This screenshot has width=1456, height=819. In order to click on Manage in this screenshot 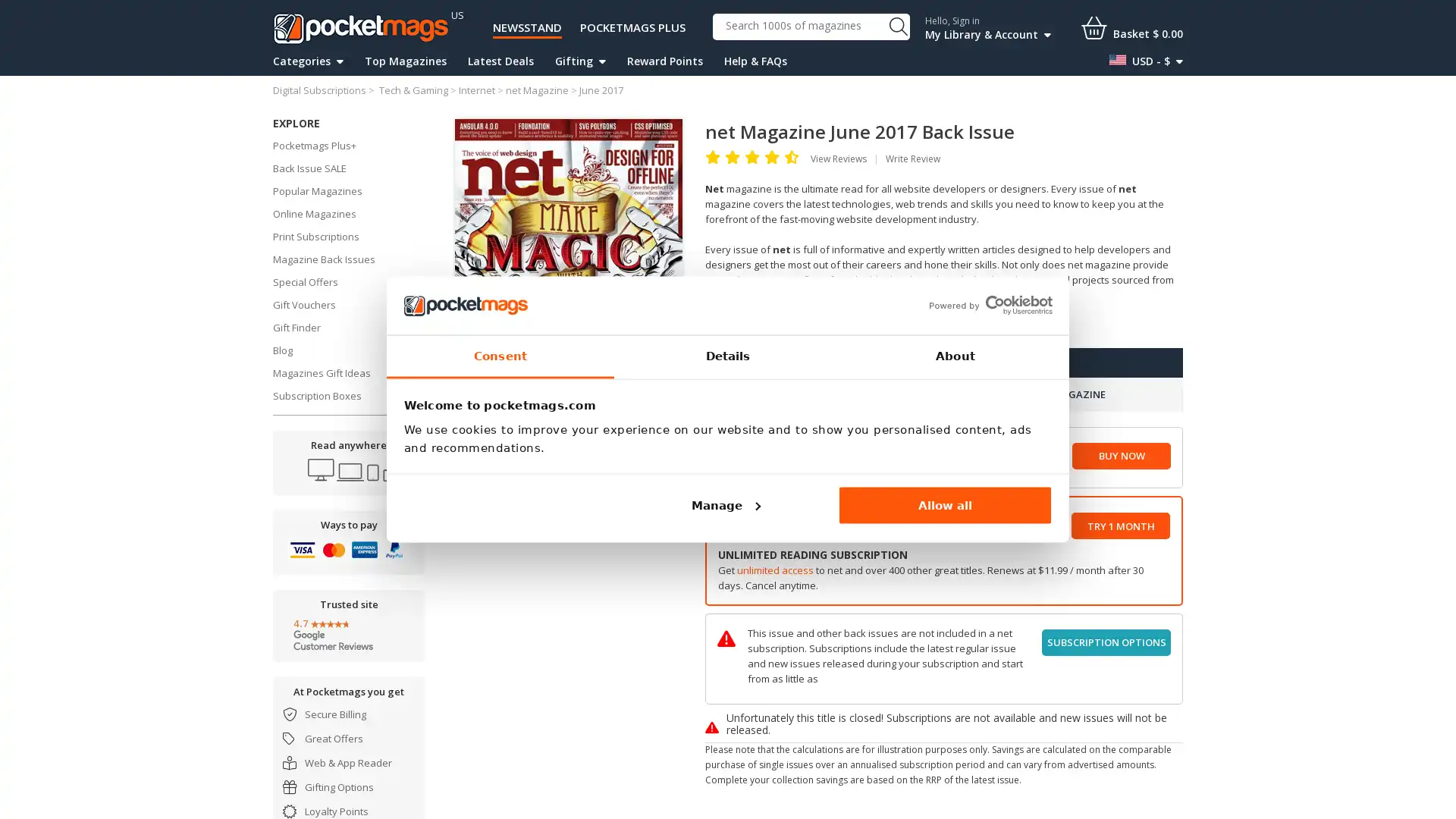, I will do `click(723, 505)`.